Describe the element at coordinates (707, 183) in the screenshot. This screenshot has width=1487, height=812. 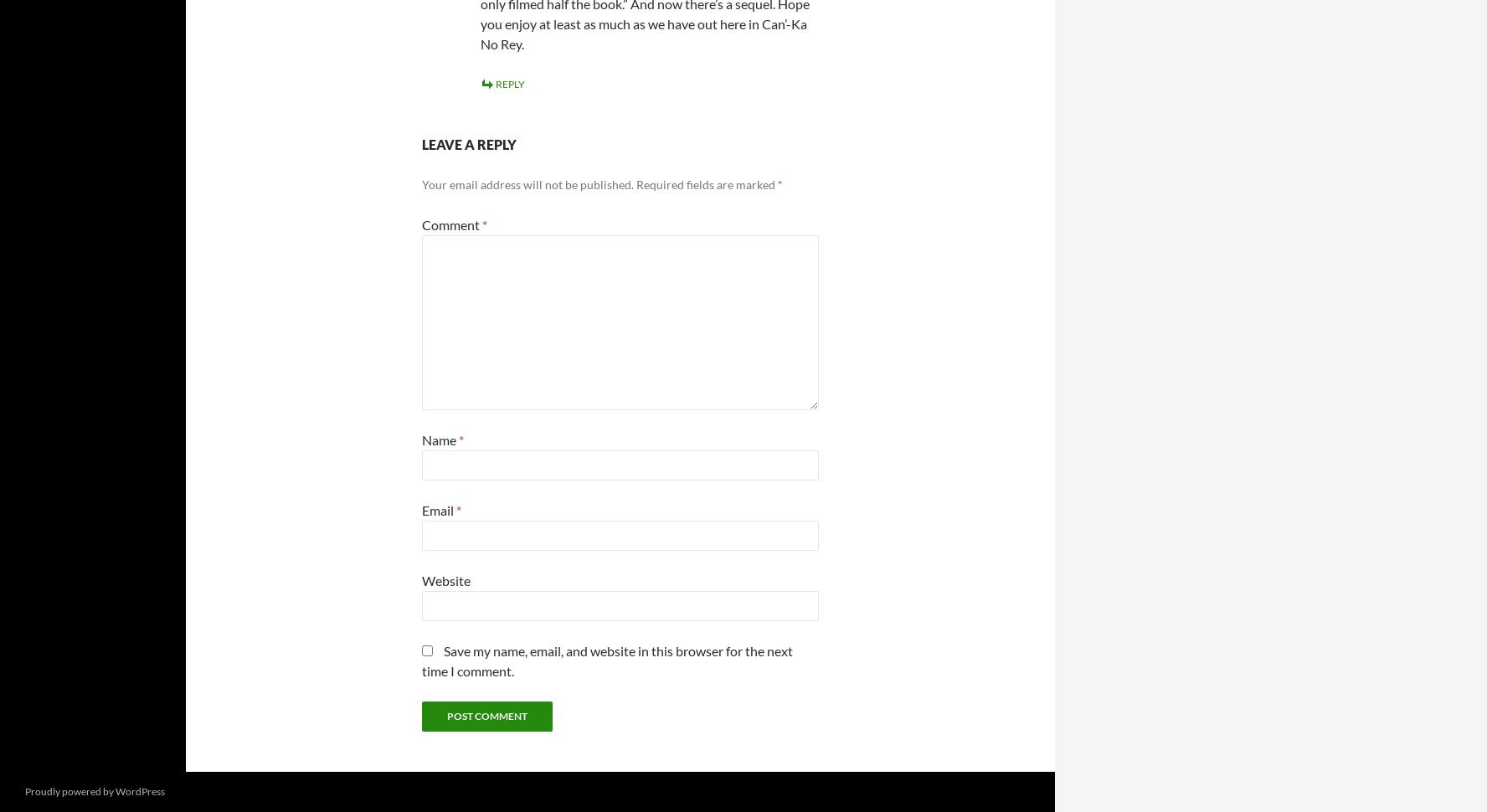
I see `'Required fields are marked'` at that location.